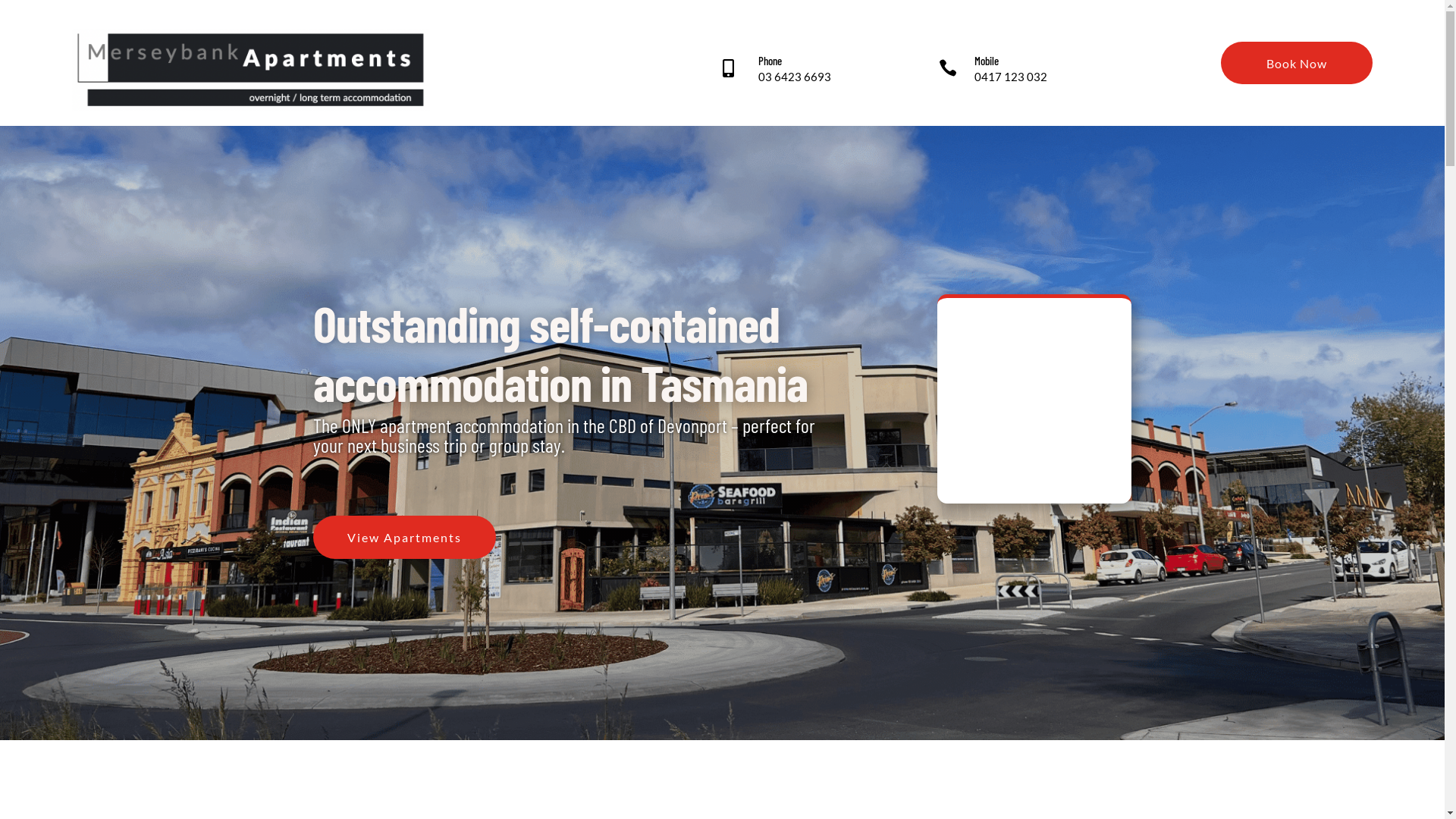  I want to click on 'Book Now', so click(1295, 62).